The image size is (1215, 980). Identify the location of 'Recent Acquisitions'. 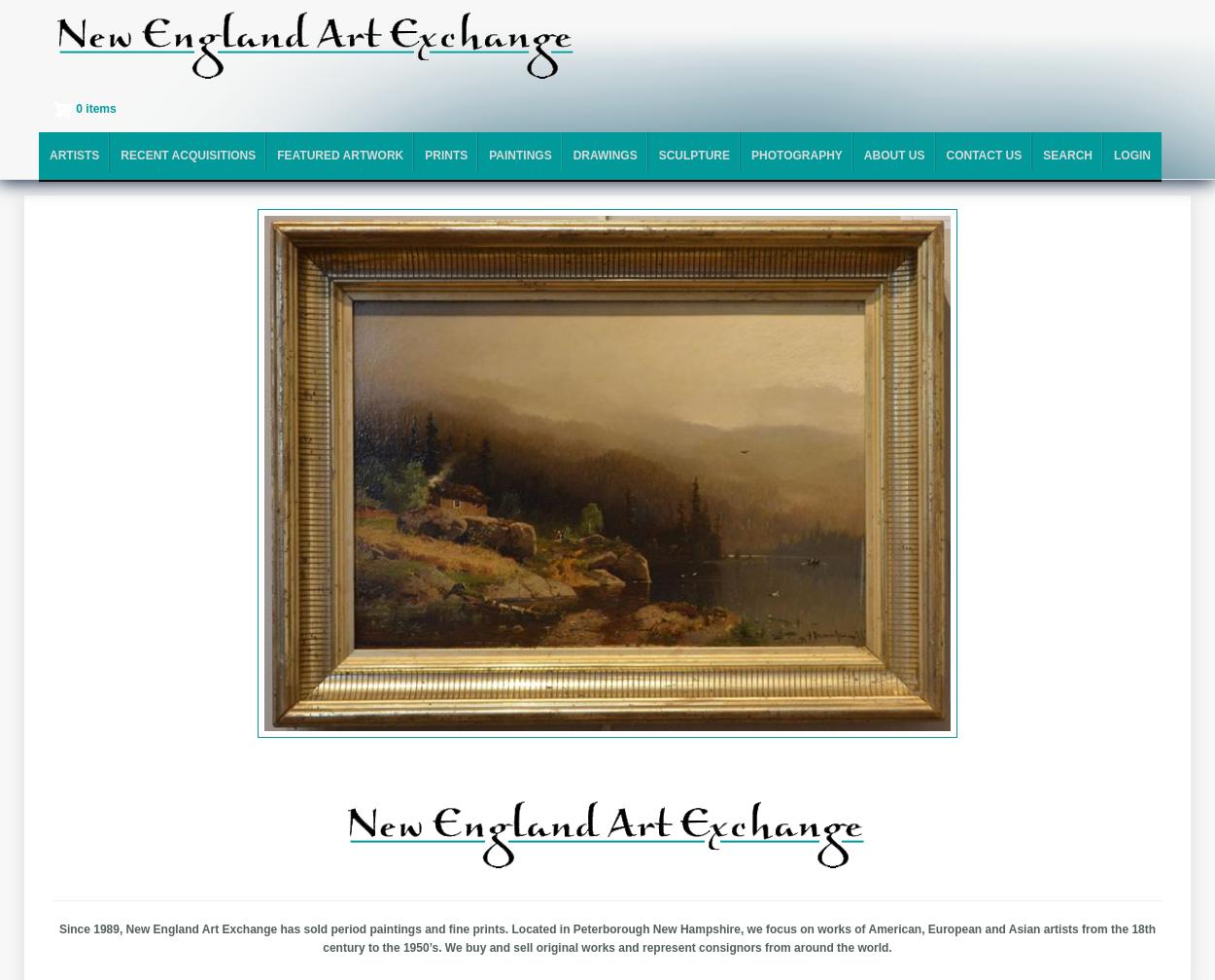
(120, 155).